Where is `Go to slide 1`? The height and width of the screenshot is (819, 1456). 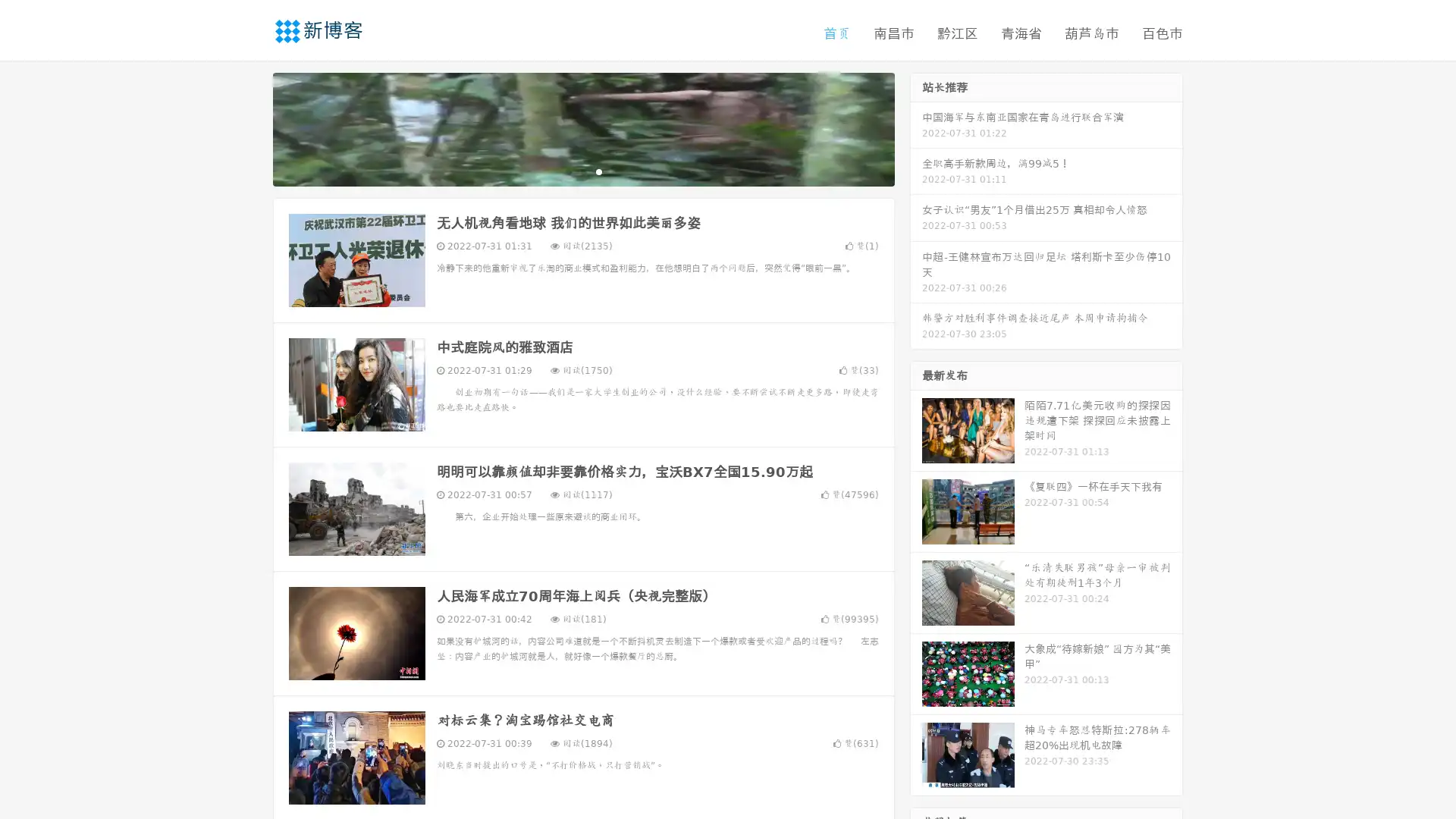 Go to slide 1 is located at coordinates (567, 171).